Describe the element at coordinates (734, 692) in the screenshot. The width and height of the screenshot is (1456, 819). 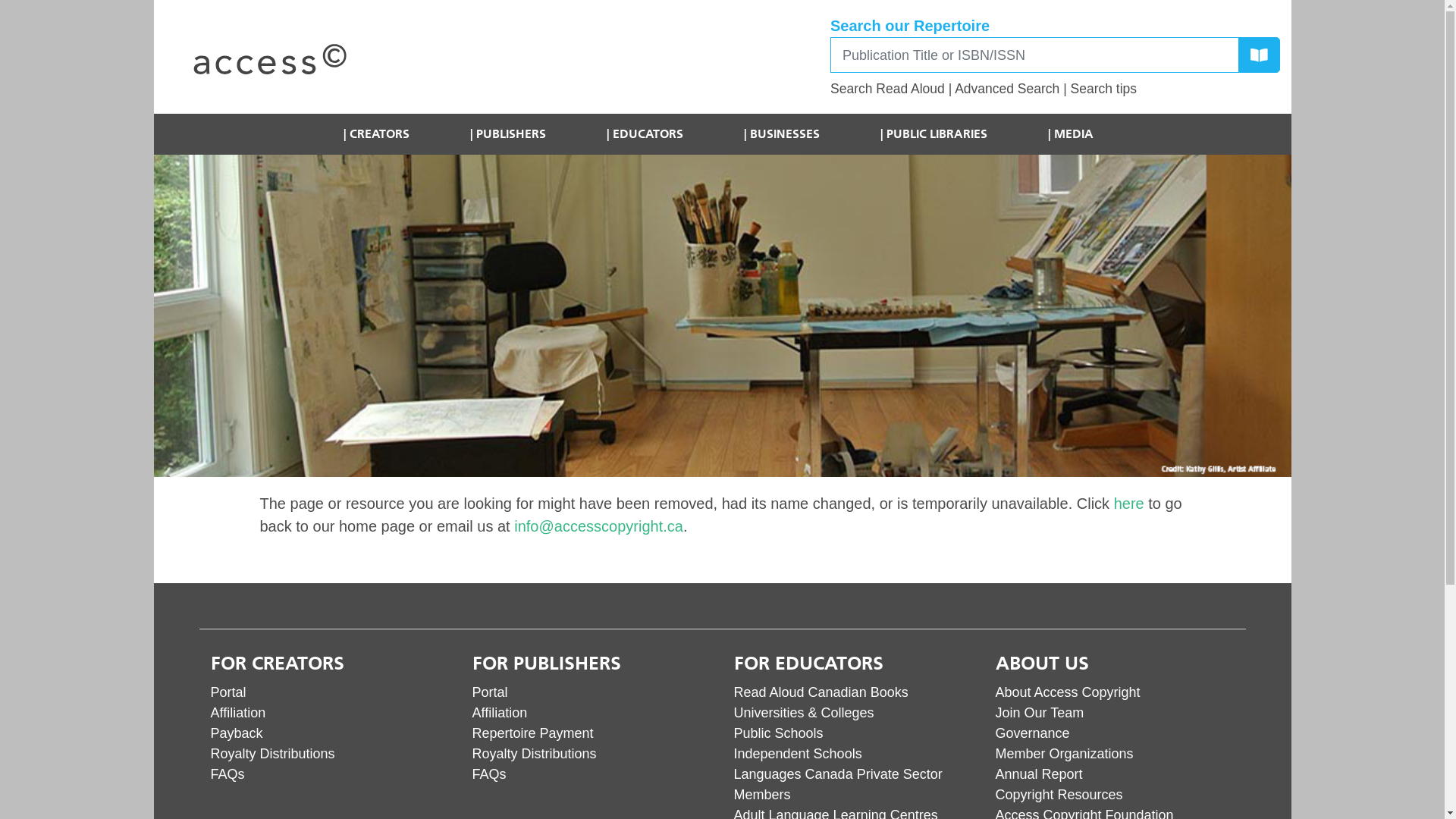
I see `'Read Aloud Canadian Books'` at that location.